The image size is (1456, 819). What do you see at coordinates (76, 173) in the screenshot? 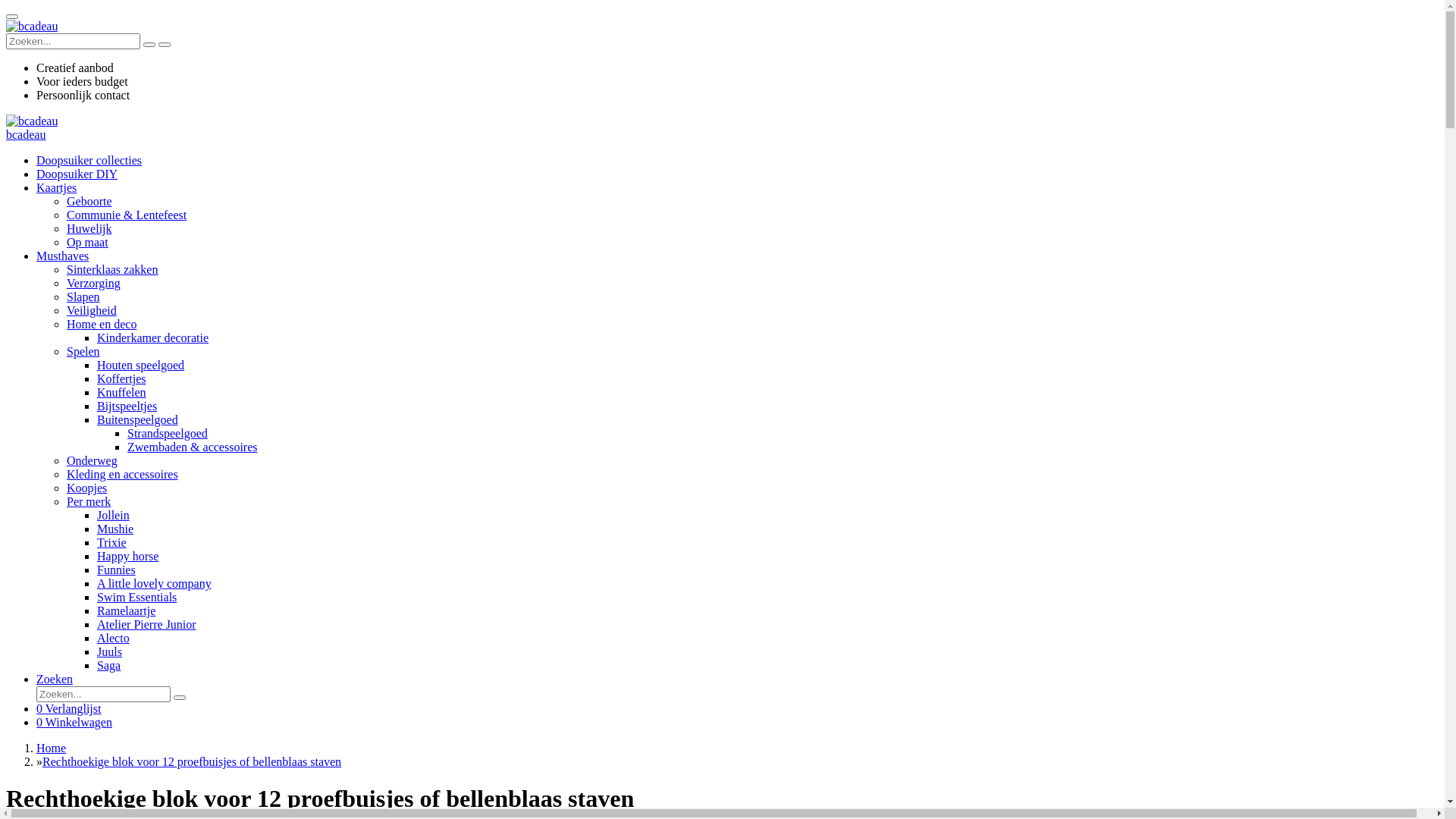
I see `'Doopsuiker DIY'` at bounding box center [76, 173].